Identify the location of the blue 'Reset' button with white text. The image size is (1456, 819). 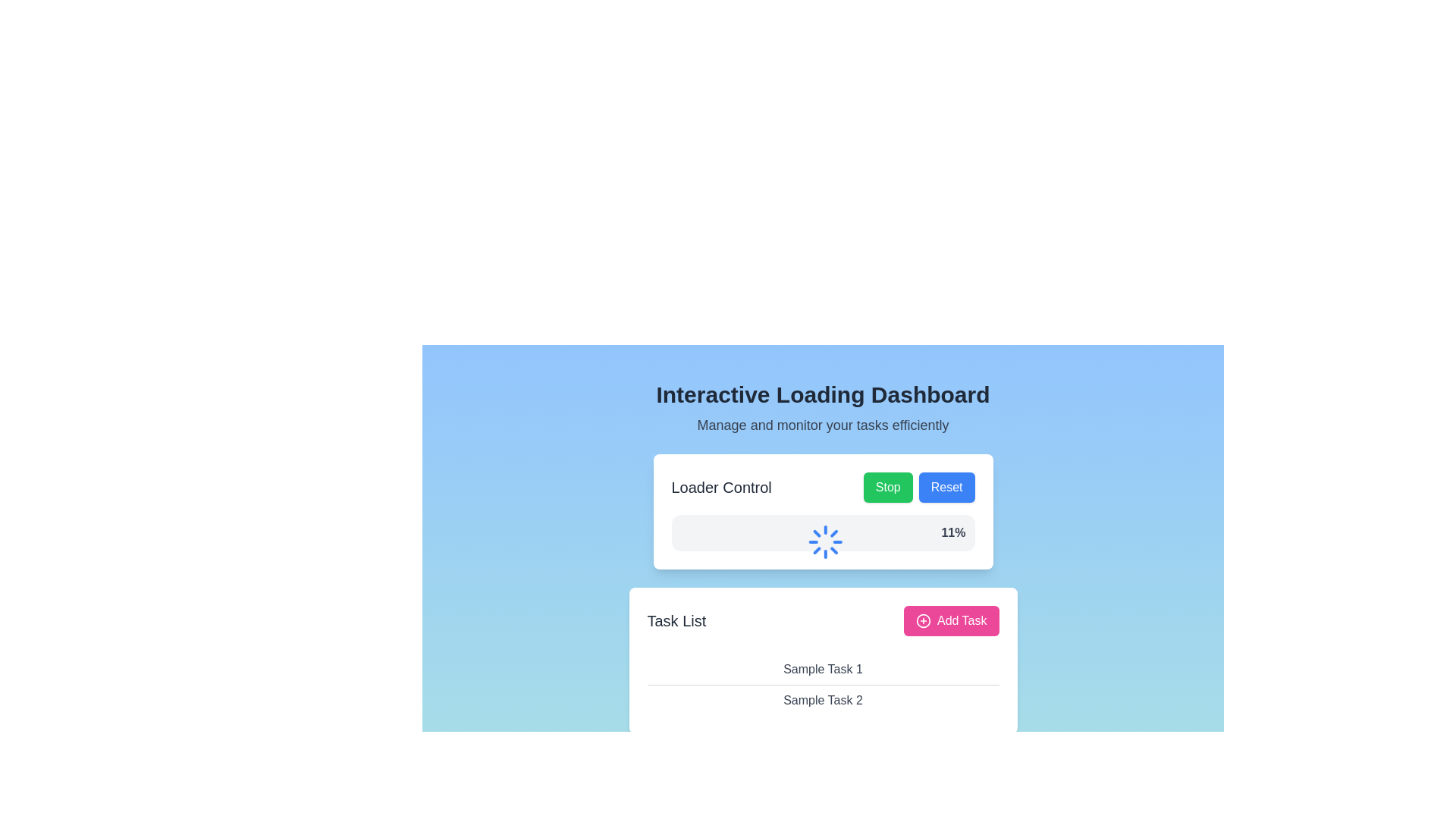
(946, 488).